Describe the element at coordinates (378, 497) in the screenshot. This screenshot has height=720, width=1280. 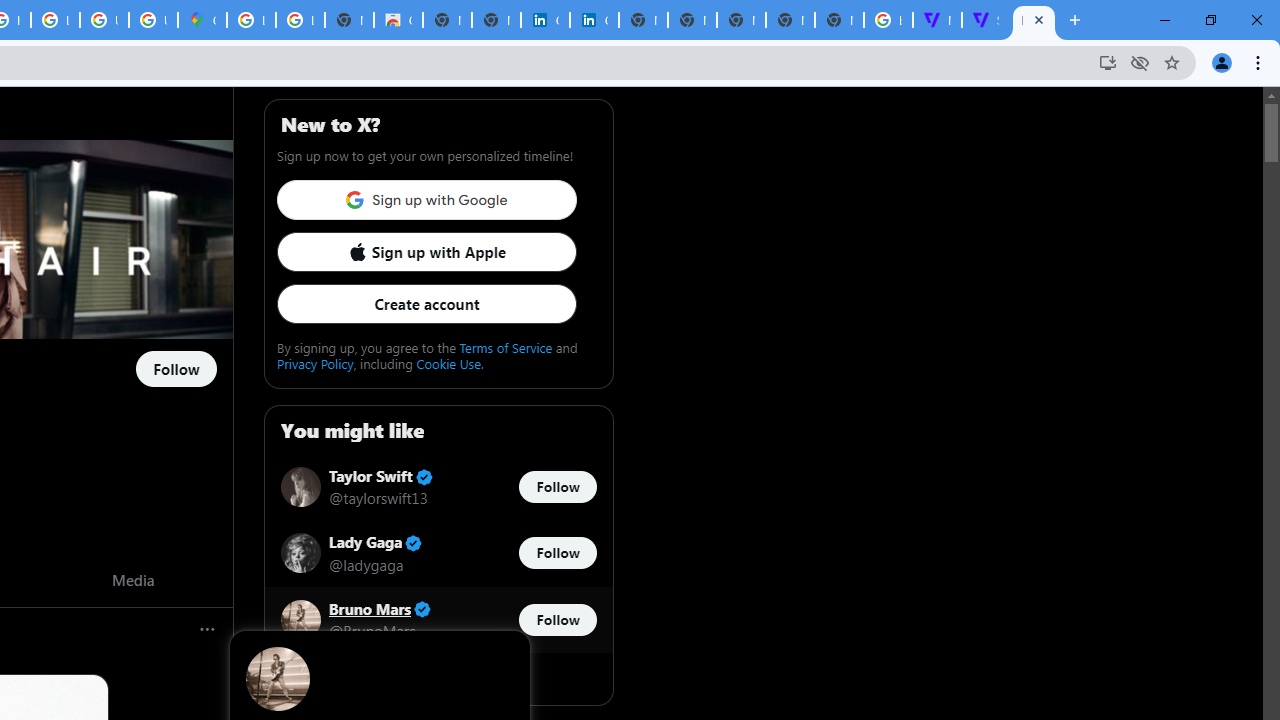
I see `'@taylorswift13'` at that location.